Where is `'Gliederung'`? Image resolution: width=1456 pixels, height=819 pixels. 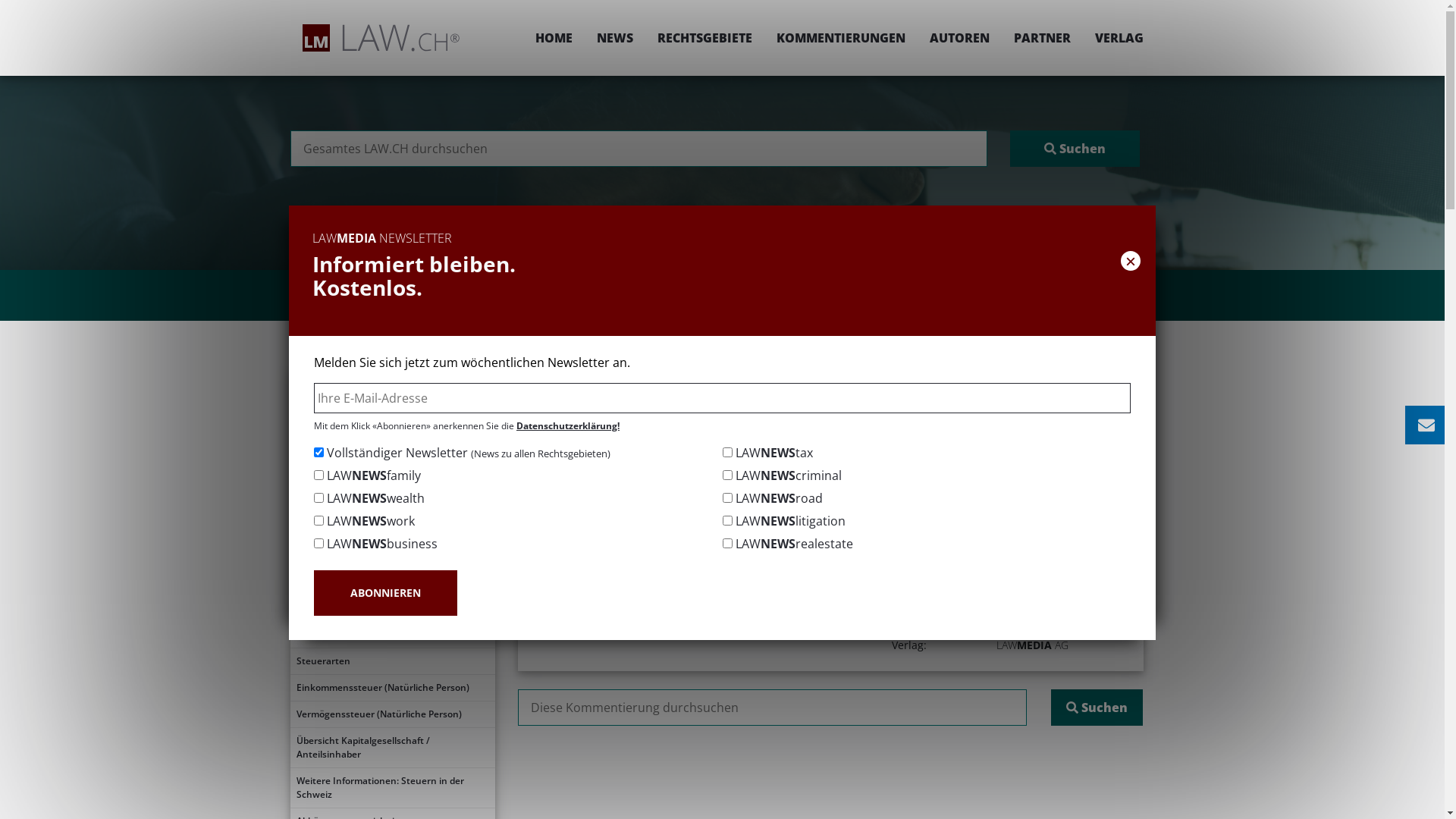 'Gliederung' is located at coordinates (392, 447).